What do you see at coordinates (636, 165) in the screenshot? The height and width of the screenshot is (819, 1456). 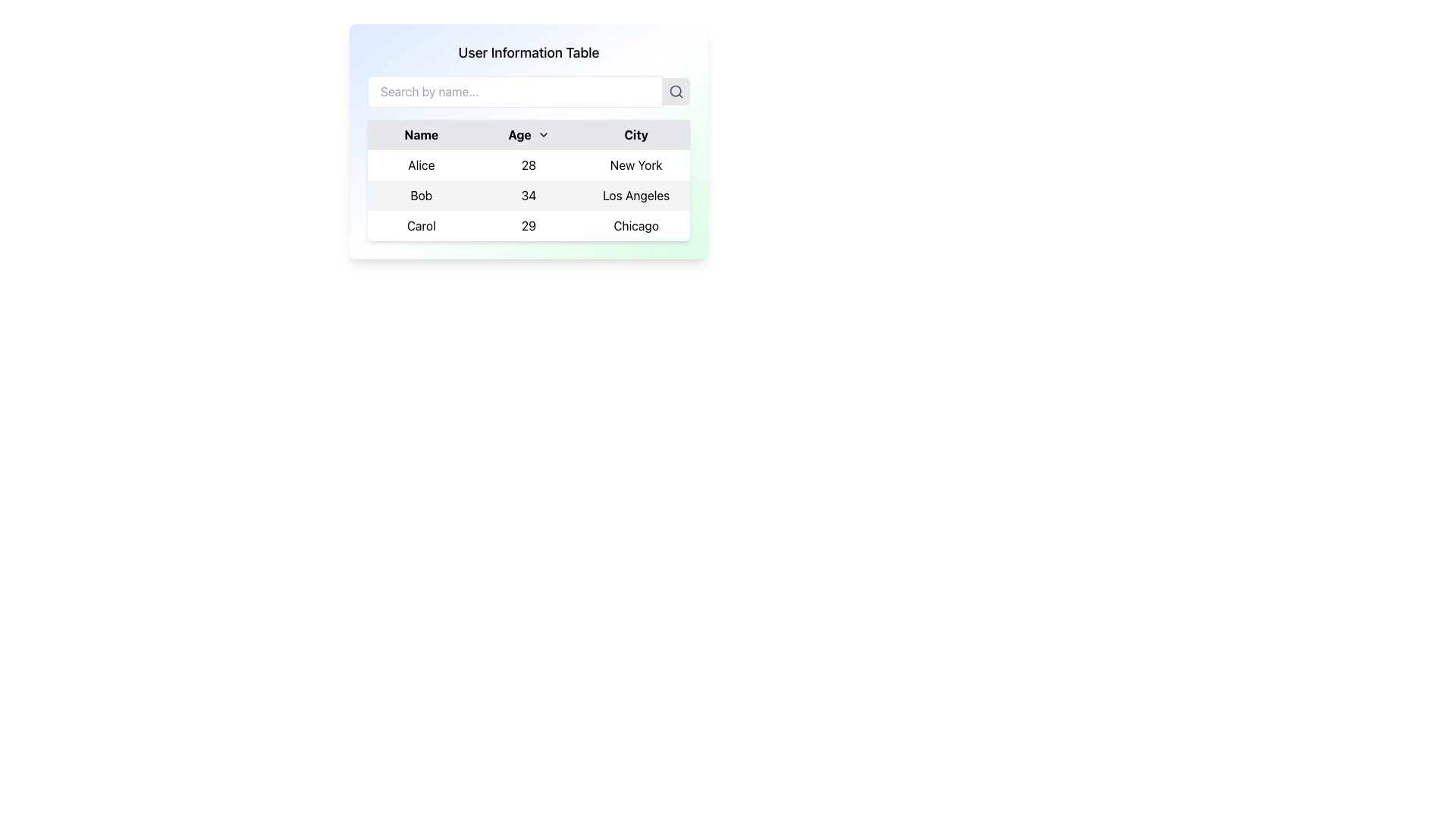 I see `the non-interactive Text Display that shows the city associated with the first data row in a user information table, where 'Alice' is the name and '28' is the age` at bounding box center [636, 165].